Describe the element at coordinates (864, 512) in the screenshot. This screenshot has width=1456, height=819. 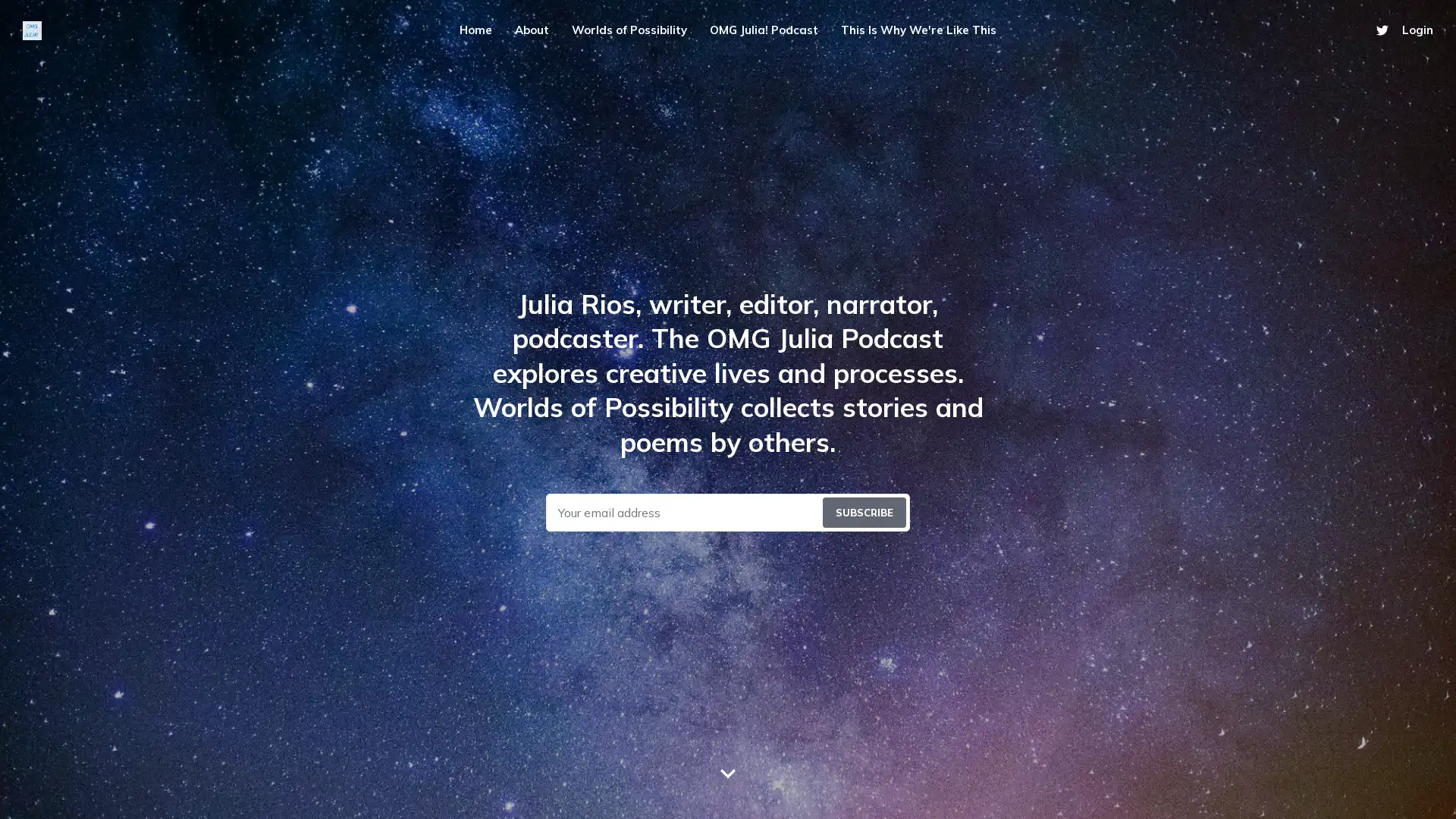
I see `Submit` at that location.